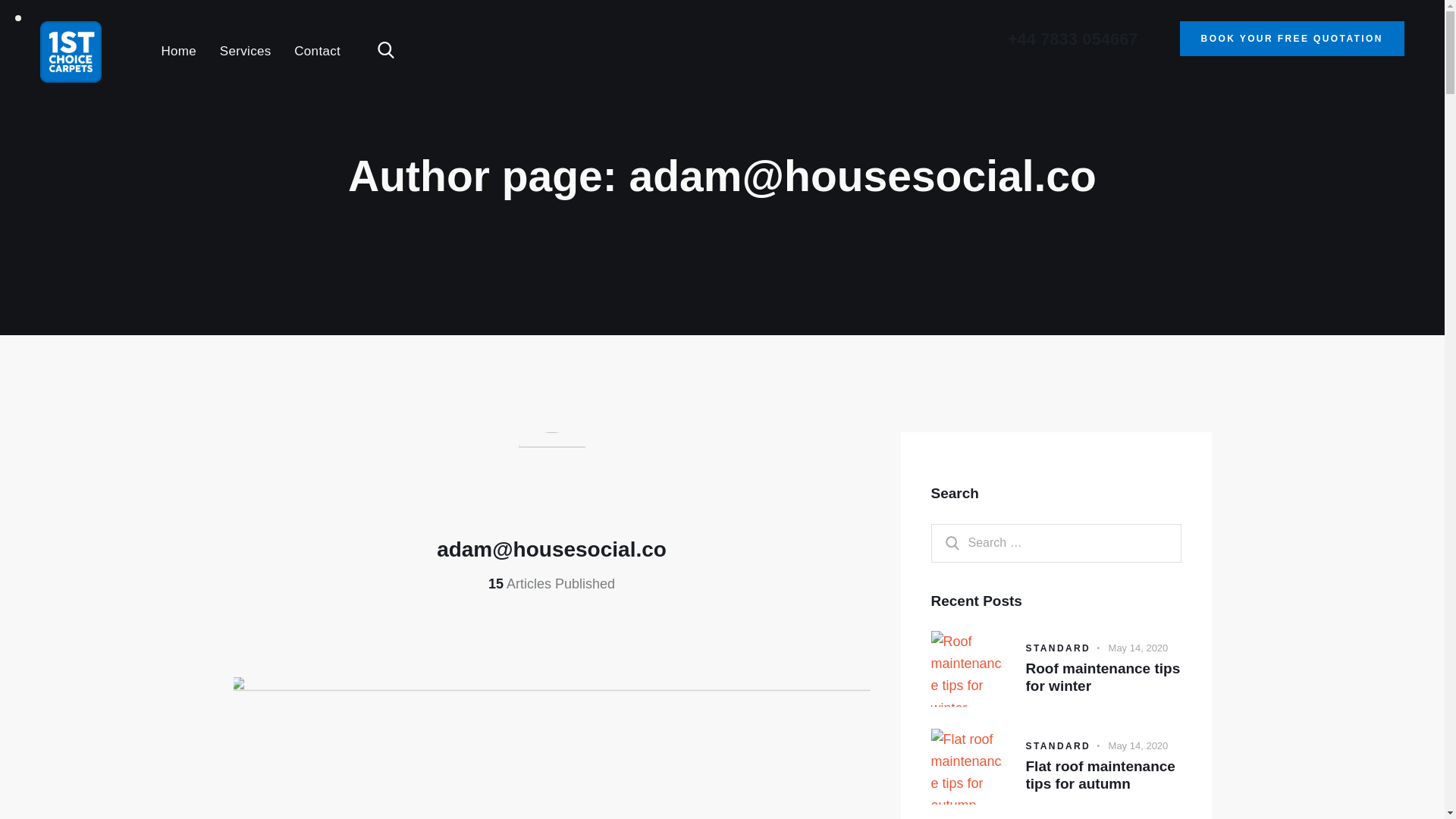 The width and height of the screenshot is (1456, 819). Describe the element at coordinates (1057, 745) in the screenshot. I see `'STANDARD'` at that location.